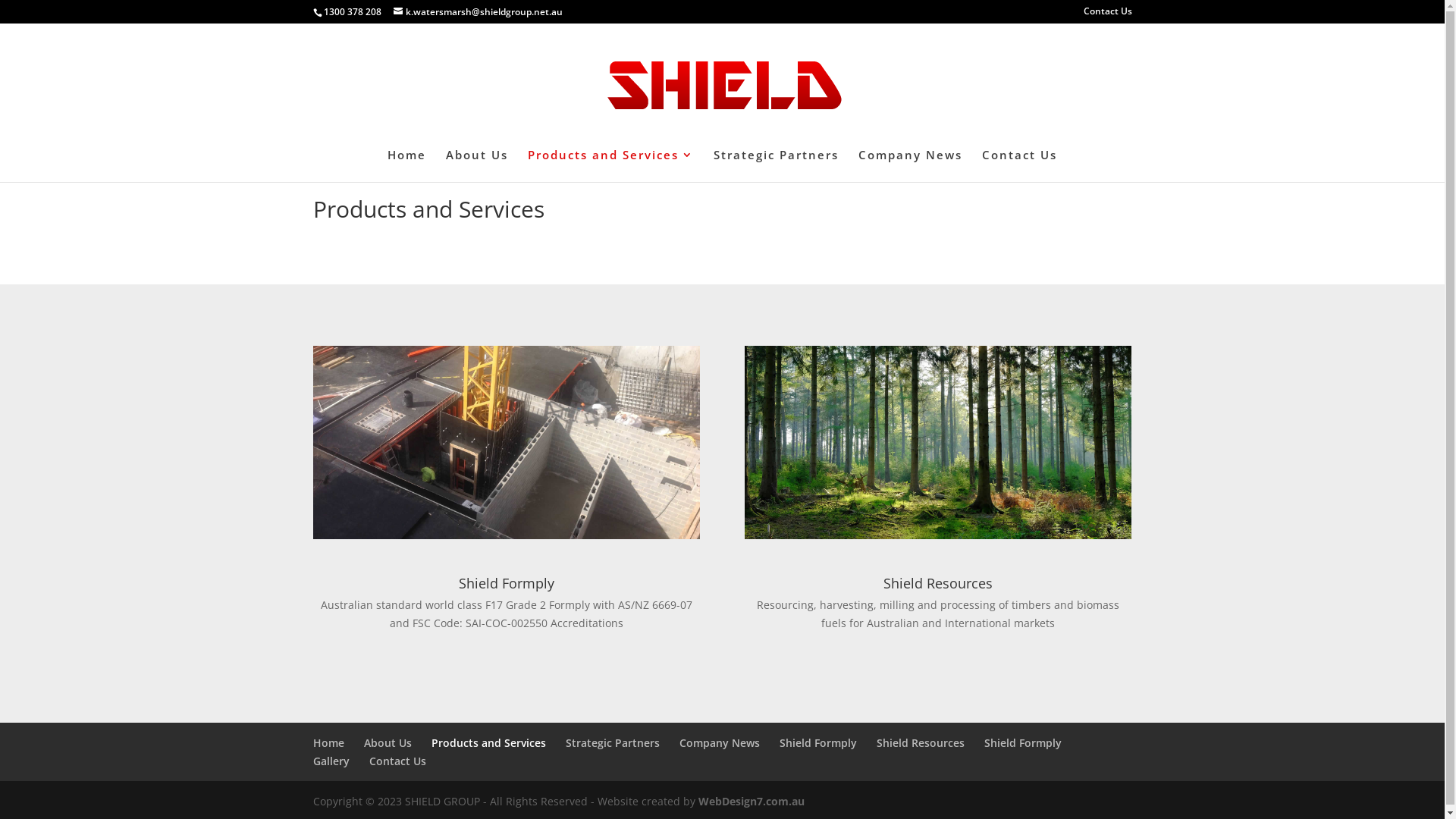 The height and width of the screenshot is (819, 1456). Describe the element at coordinates (330, 761) in the screenshot. I see `'Gallery'` at that location.